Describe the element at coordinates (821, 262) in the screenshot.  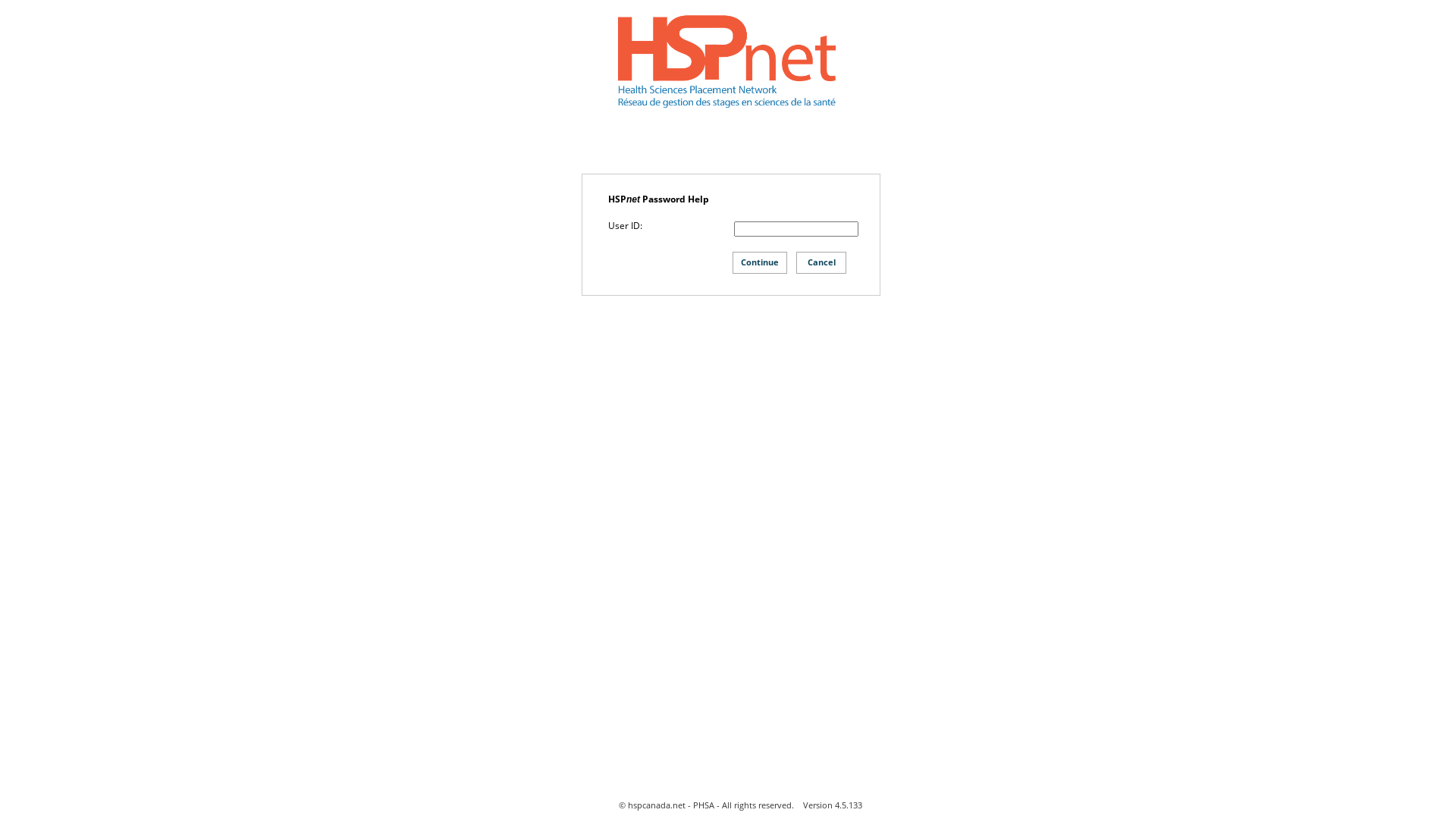
I see `'Cancel'` at that location.